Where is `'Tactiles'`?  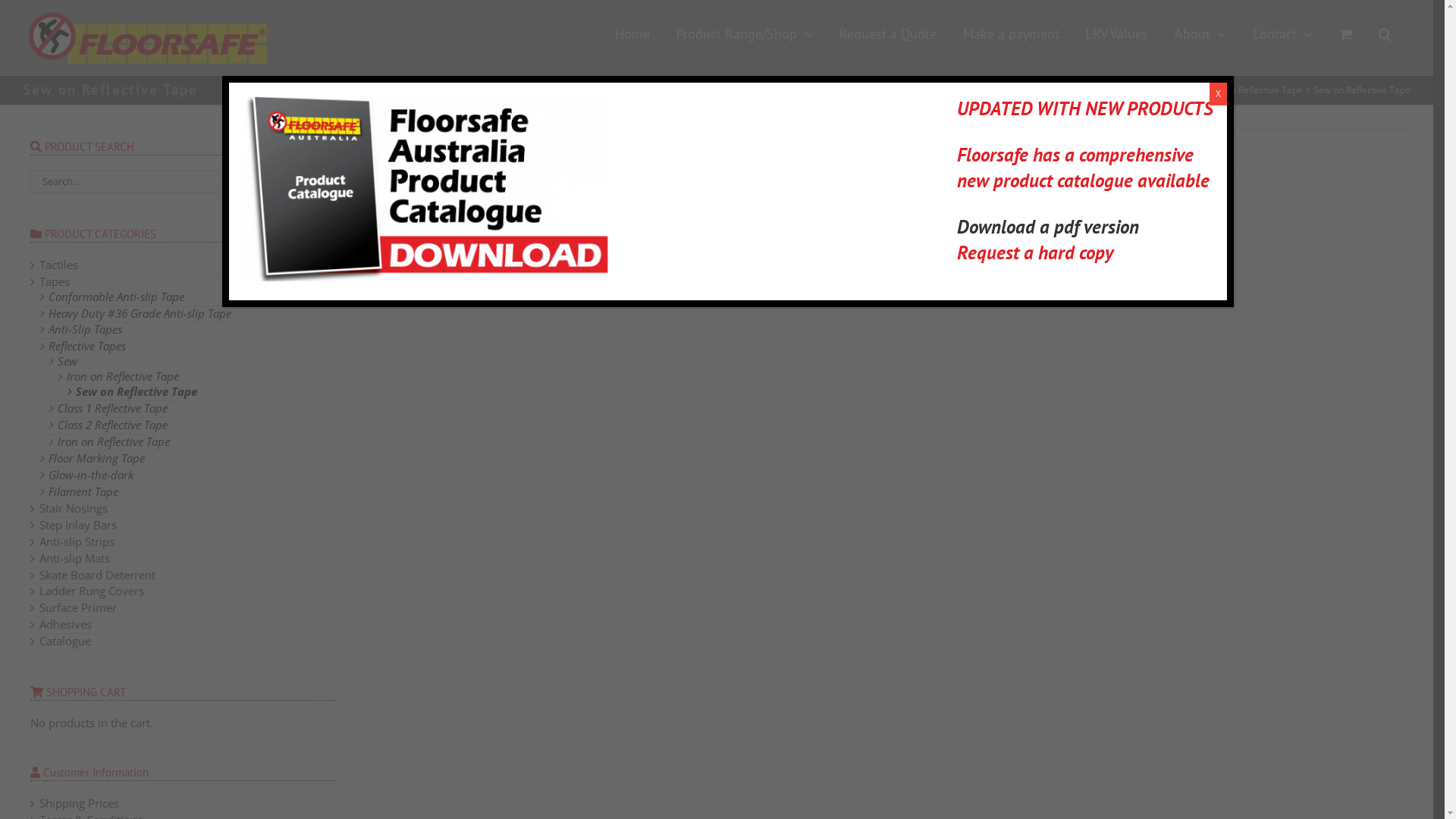 'Tactiles' is located at coordinates (39, 263).